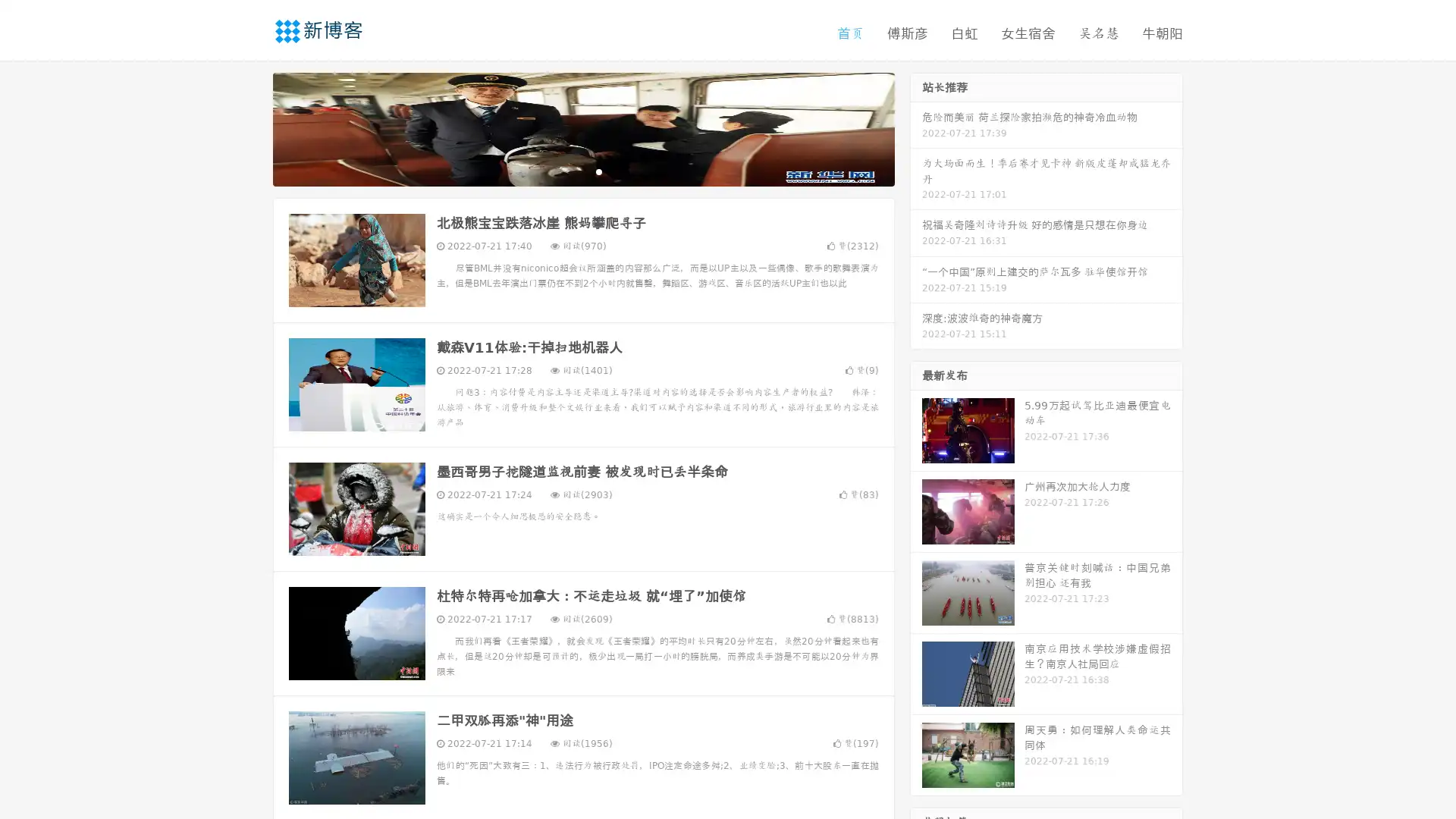 This screenshot has height=819, width=1456. Describe the element at coordinates (916, 127) in the screenshot. I see `Next slide` at that location.